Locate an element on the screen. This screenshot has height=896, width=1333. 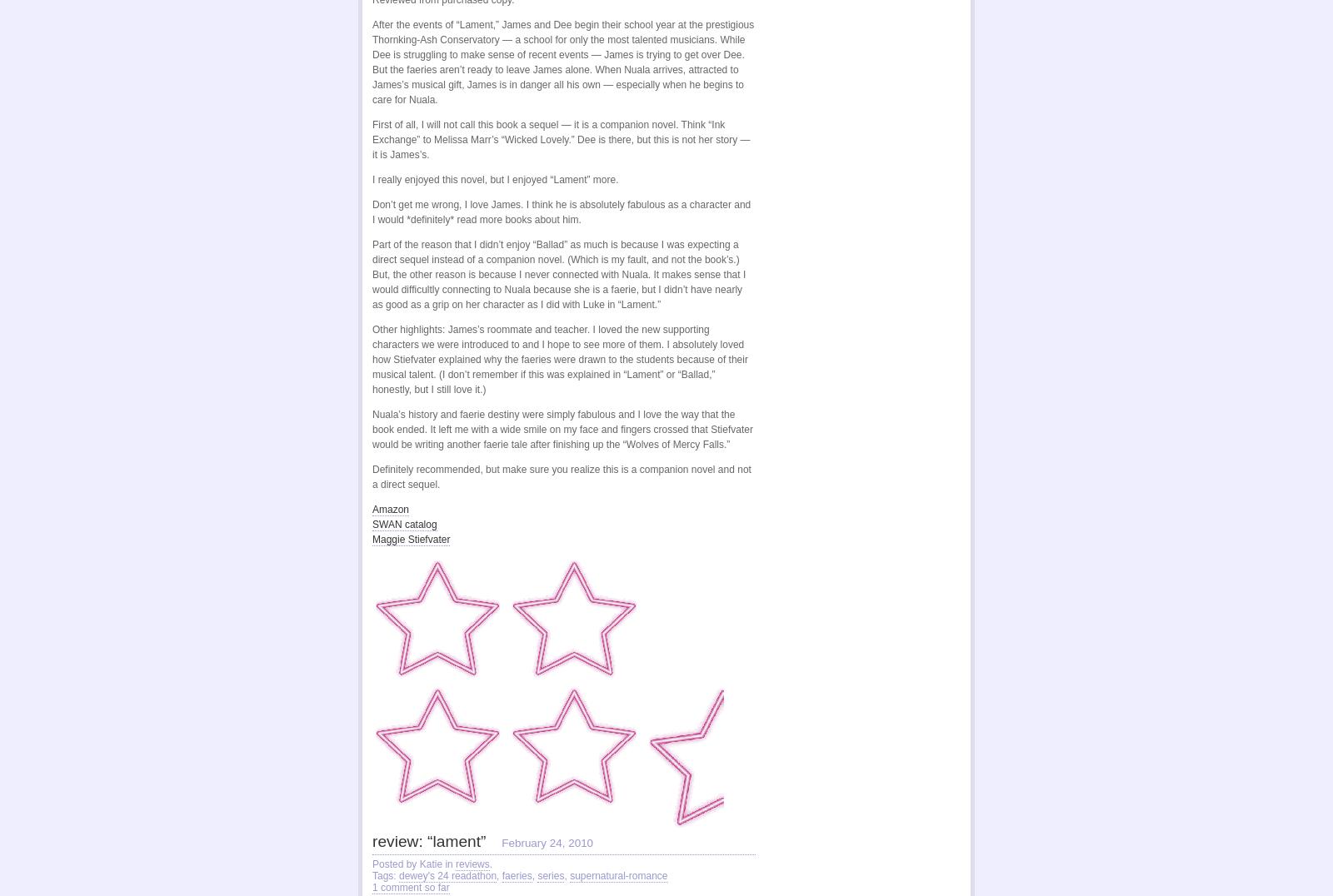
'Definitely recommended, but make sure you realize this is a companion novel and not a direct sequel.' is located at coordinates (372, 475).